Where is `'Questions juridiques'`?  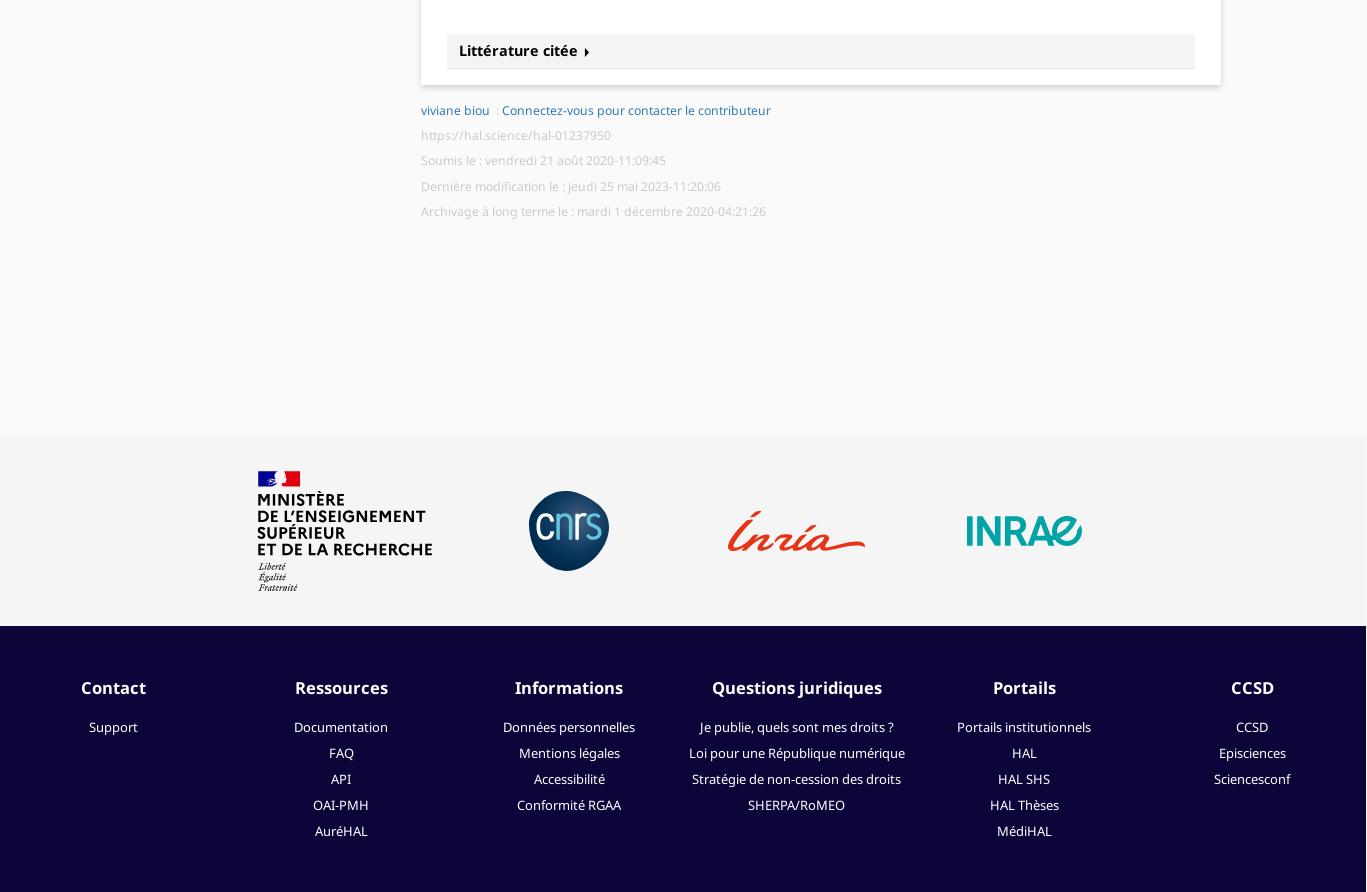 'Questions juridiques' is located at coordinates (795, 686).